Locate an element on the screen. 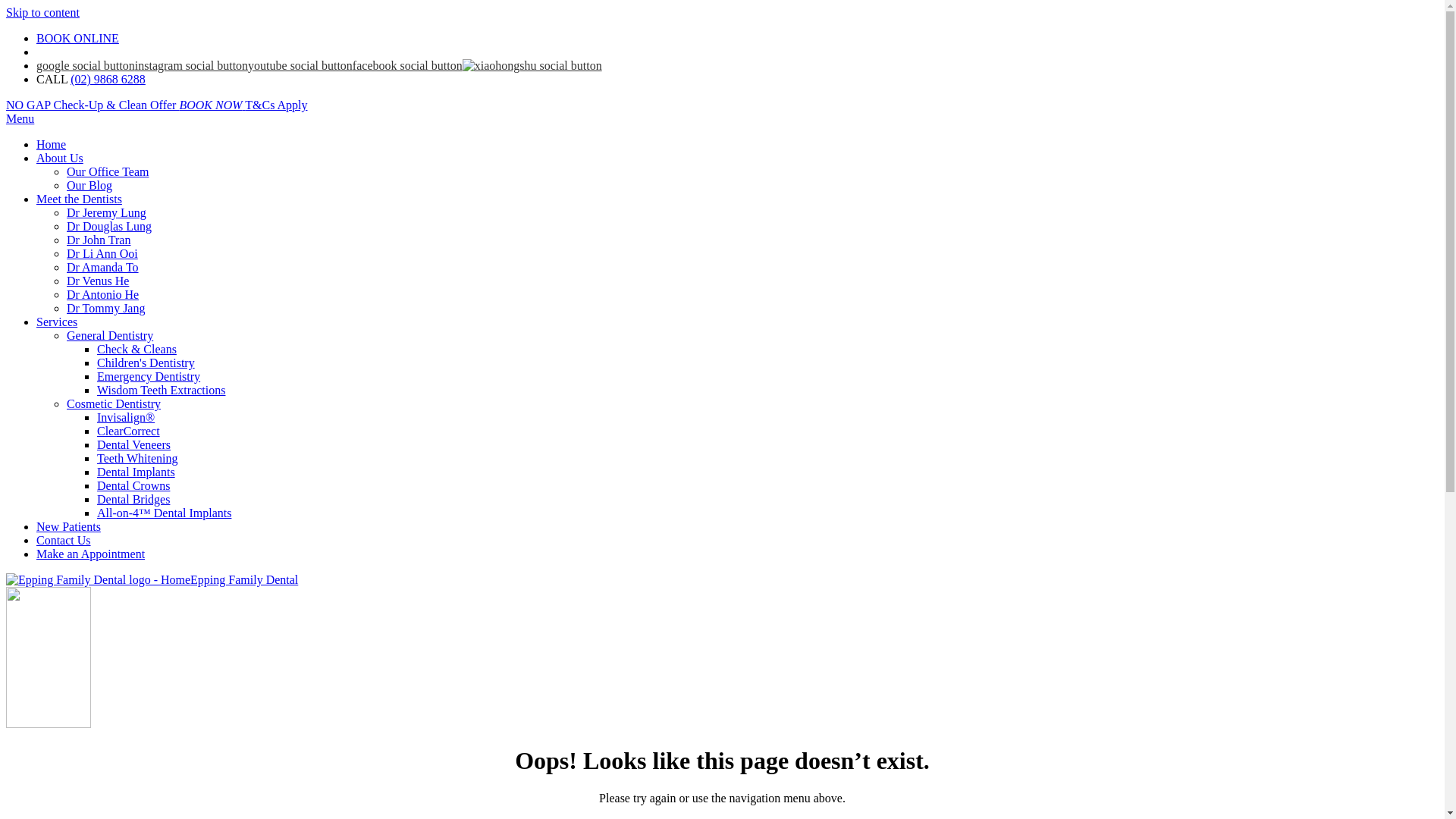 This screenshot has height=819, width=1456. 'Dental Crowns' is located at coordinates (133, 485).